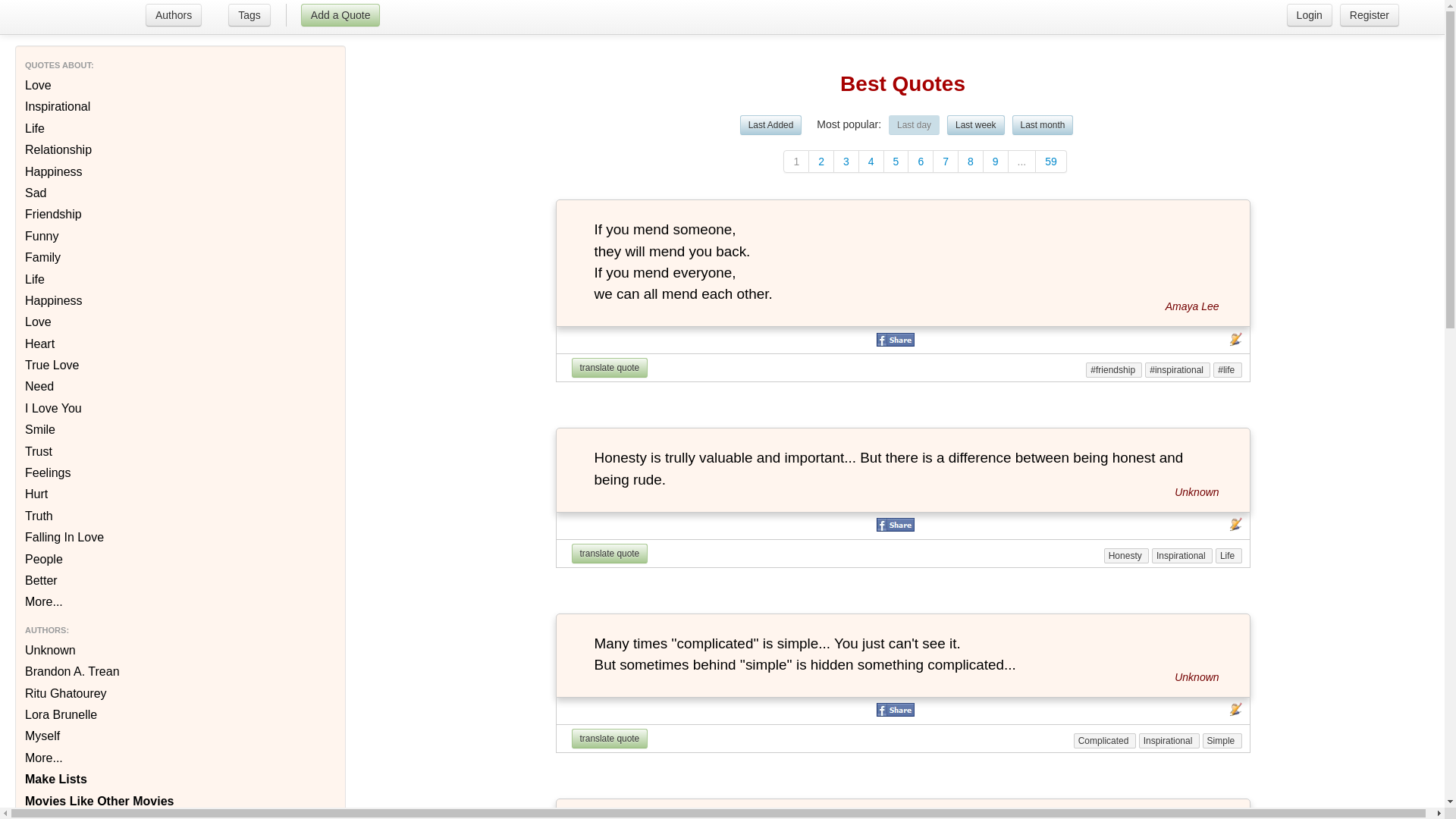 Image resolution: width=1456 pixels, height=819 pixels. Describe the element at coordinates (14, 171) in the screenshot. I see `'Happiness'` at that location.